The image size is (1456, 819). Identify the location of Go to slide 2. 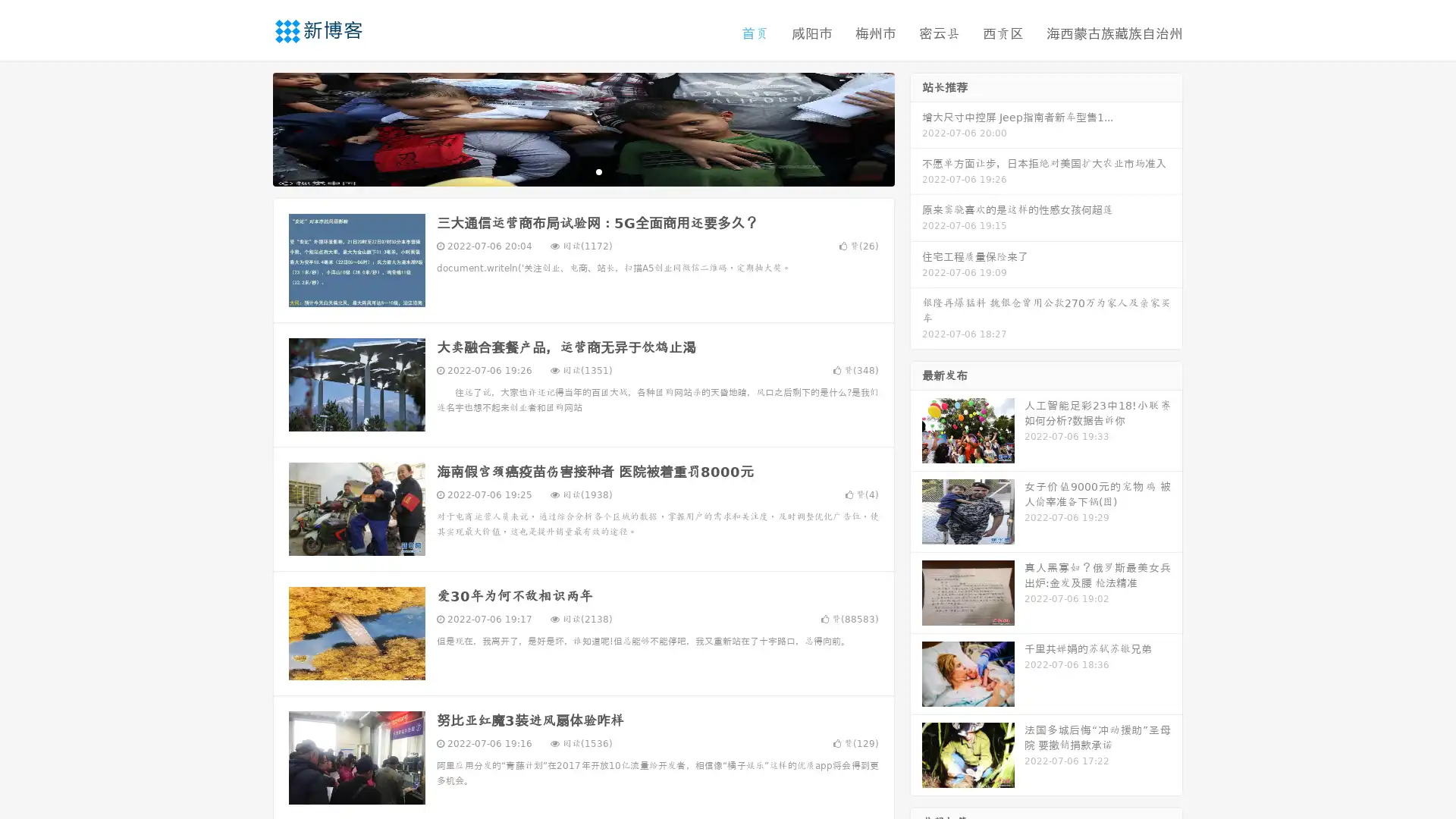
(582, 171).